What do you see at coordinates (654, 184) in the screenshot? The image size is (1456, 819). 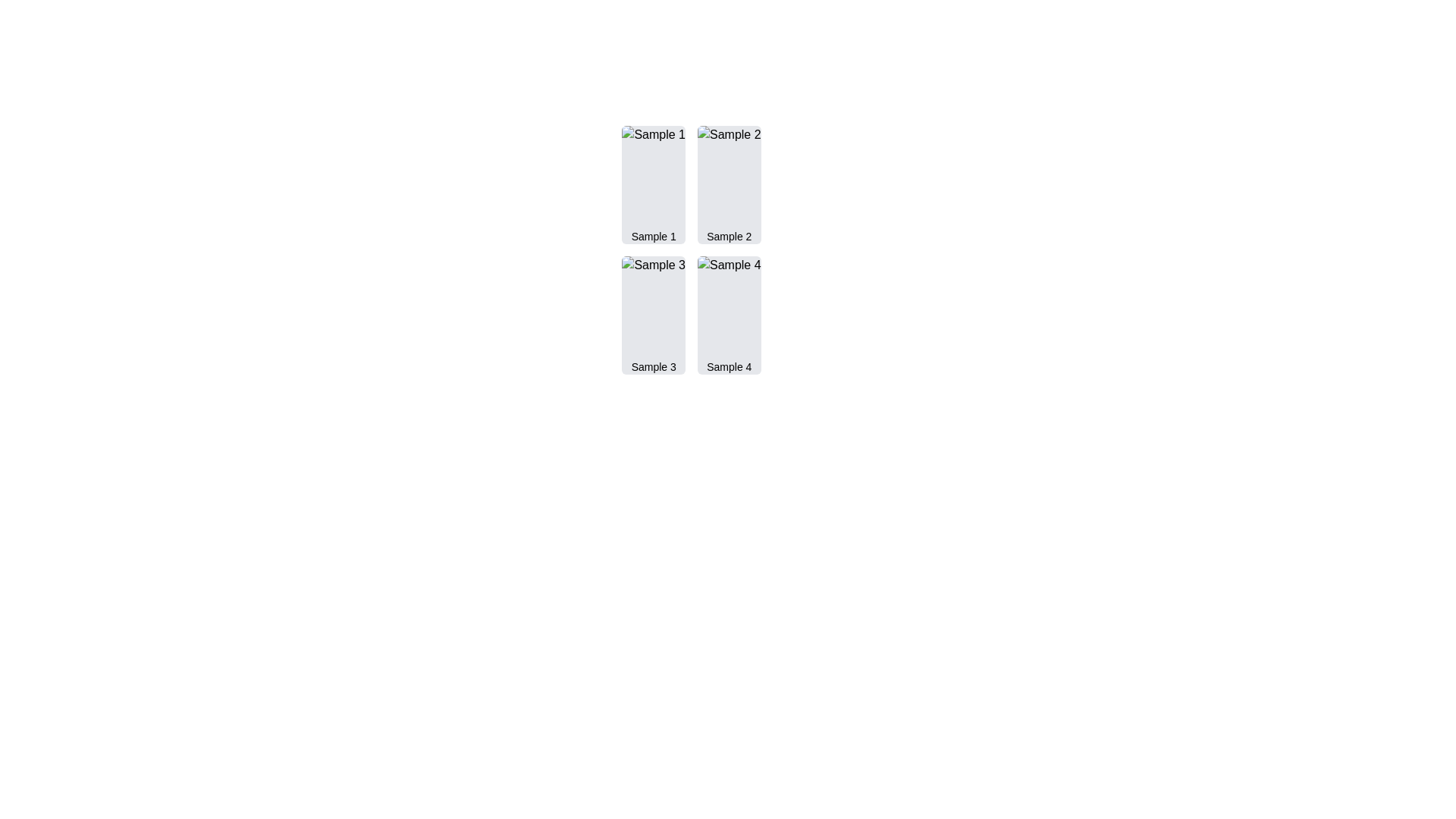 I see `the Image with caption card representing 'Sample 1', which is the first item in a 2x2 grid layout, located at the top-left corner` at bounding box center [654, 184].